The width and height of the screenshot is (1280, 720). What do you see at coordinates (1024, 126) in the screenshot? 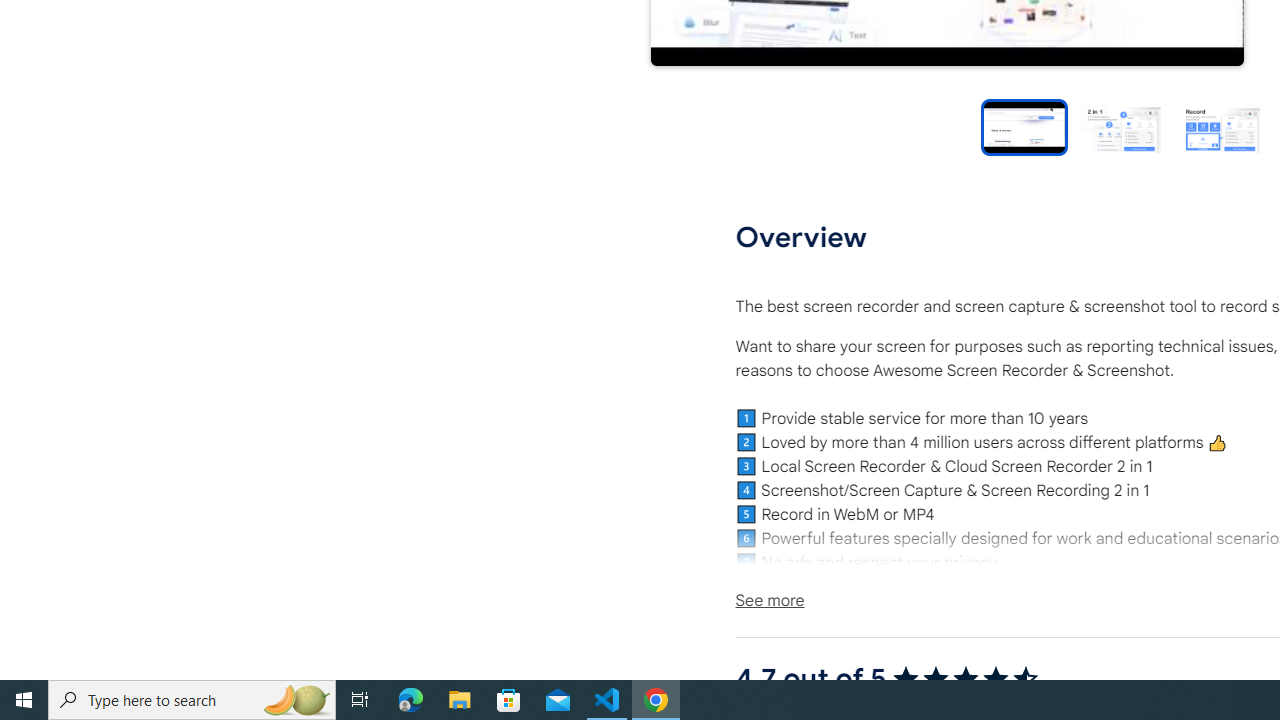
I see `'Preview slide 1'` at bounding box center [1024, 126].